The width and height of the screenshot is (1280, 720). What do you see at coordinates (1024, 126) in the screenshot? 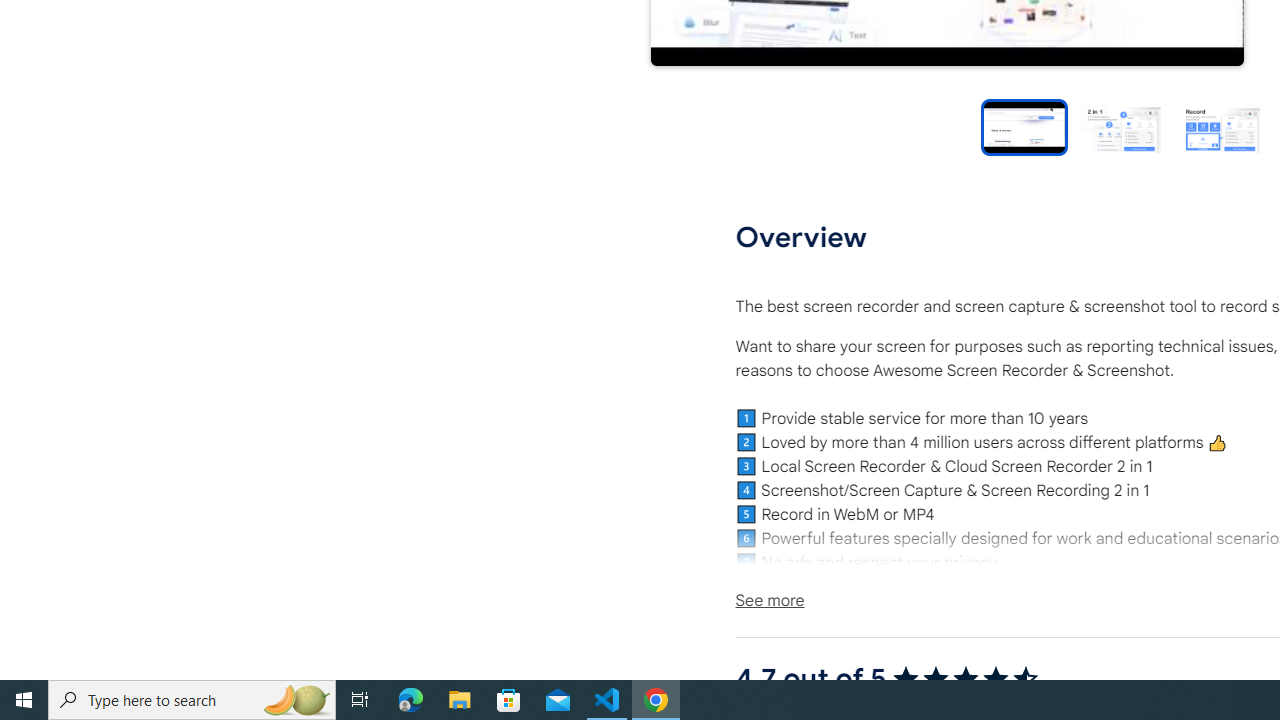
I see `'Preview slide 1'` at bounding box center [1024, 126].